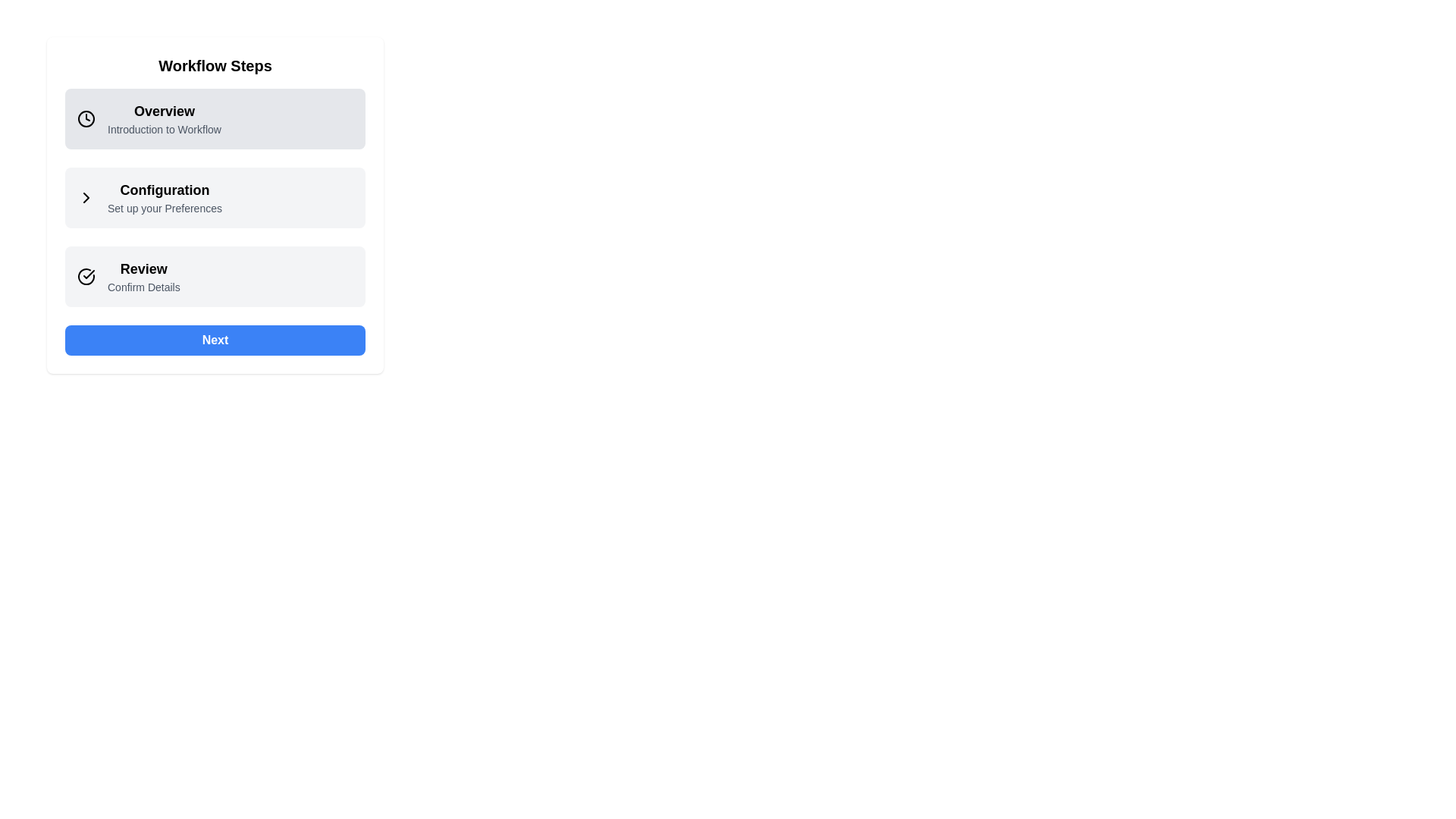 The image size is (1456, 819). I want to click on the 'Review' step label displayed in the third entry of the vertical list of steps in the 'Workflow Steps' section, so click(143, 277).